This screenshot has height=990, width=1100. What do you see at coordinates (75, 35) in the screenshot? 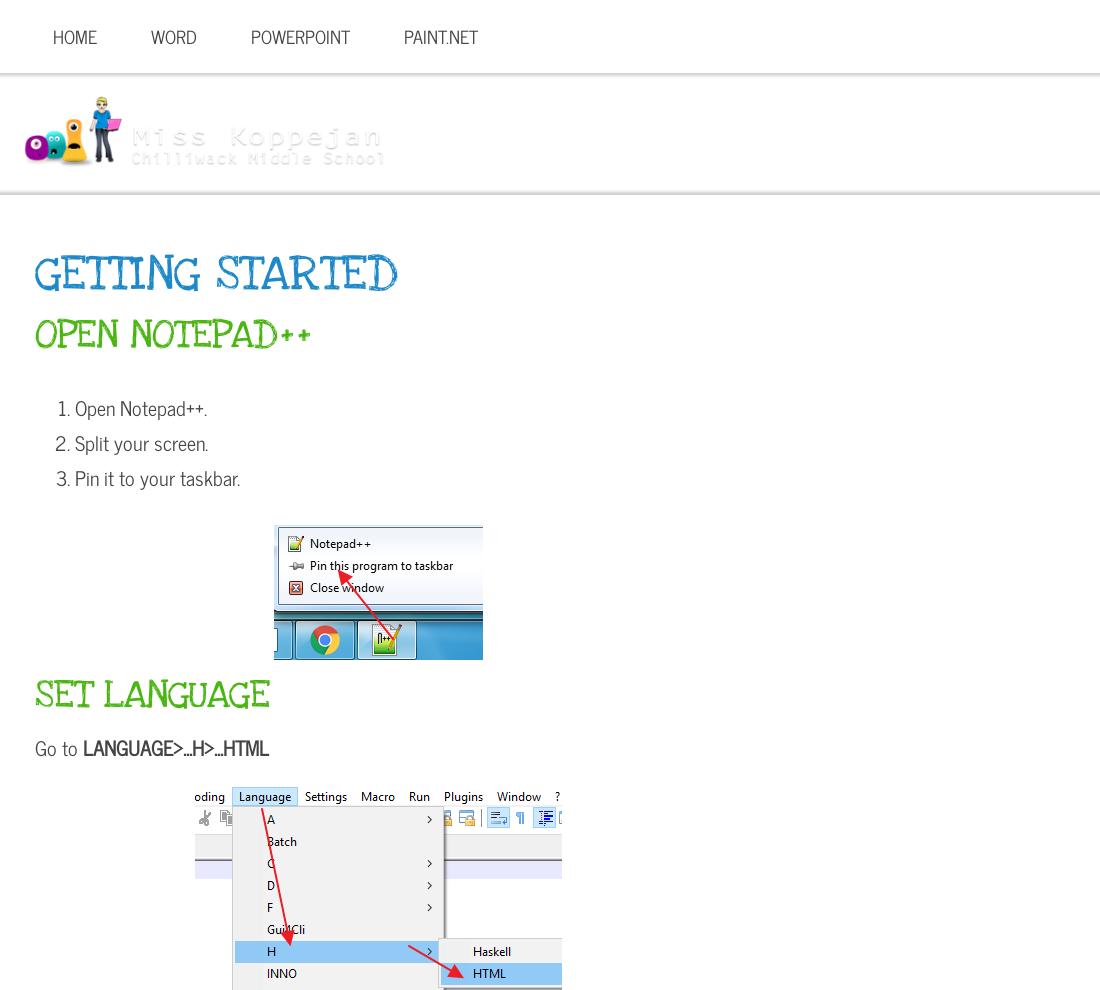
I see `'HOME'` at bounding box center [75, 35].